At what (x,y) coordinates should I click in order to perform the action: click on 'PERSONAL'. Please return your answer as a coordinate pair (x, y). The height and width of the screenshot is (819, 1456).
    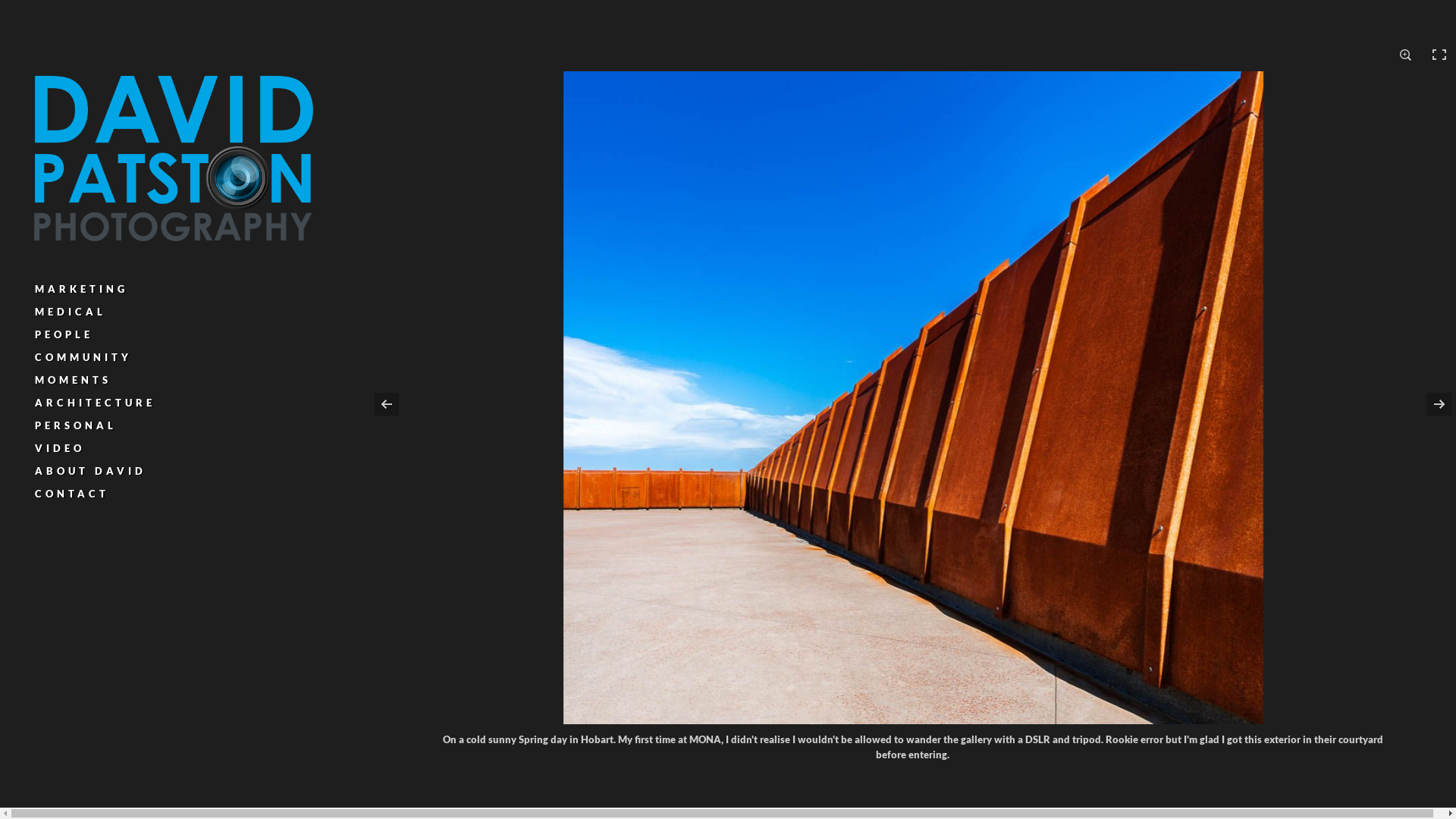
    Looking at the image, I should click on (75, 425).